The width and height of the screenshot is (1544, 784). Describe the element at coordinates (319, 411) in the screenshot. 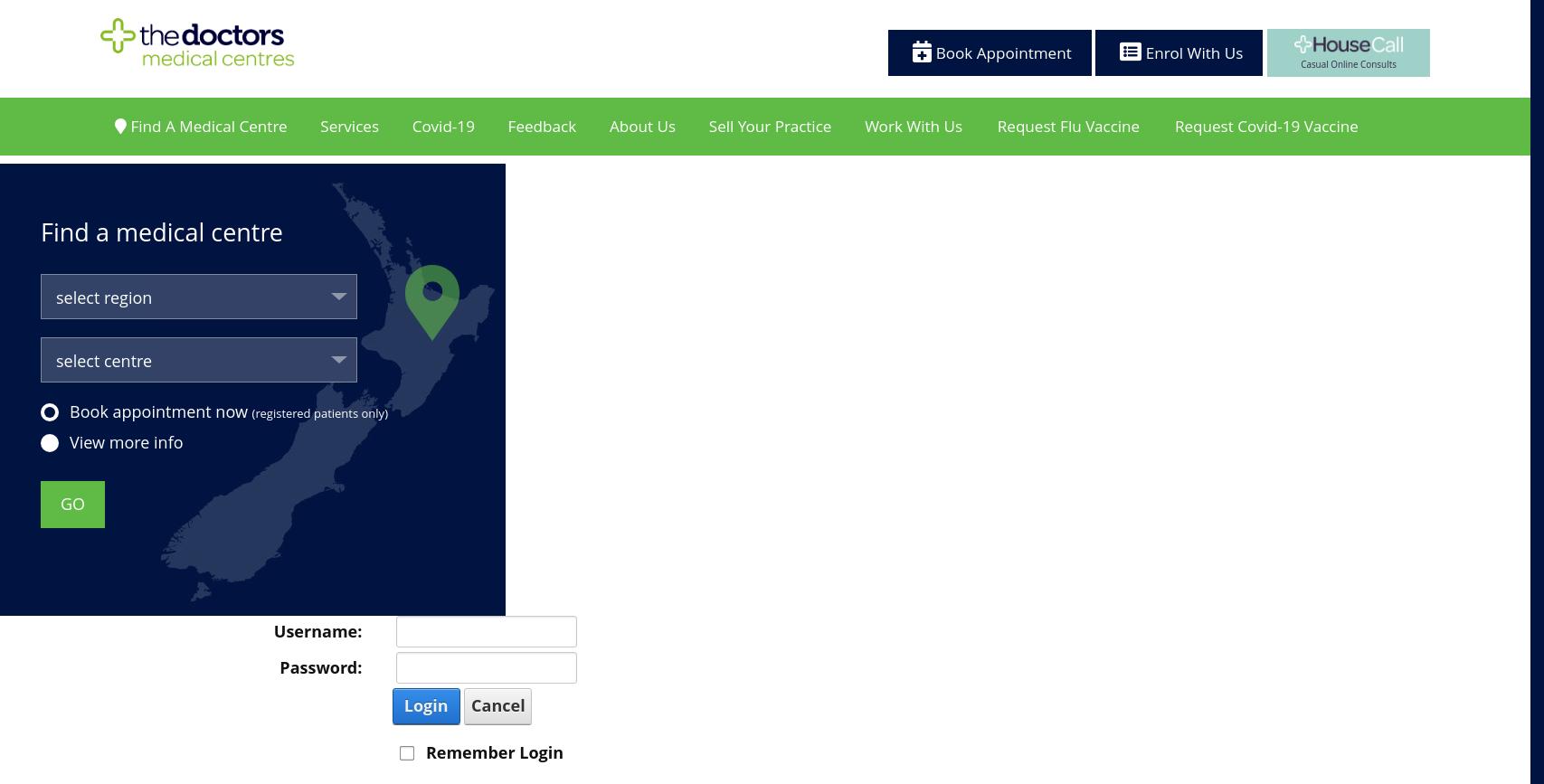

I see `'(registered patients only)'` at that location.